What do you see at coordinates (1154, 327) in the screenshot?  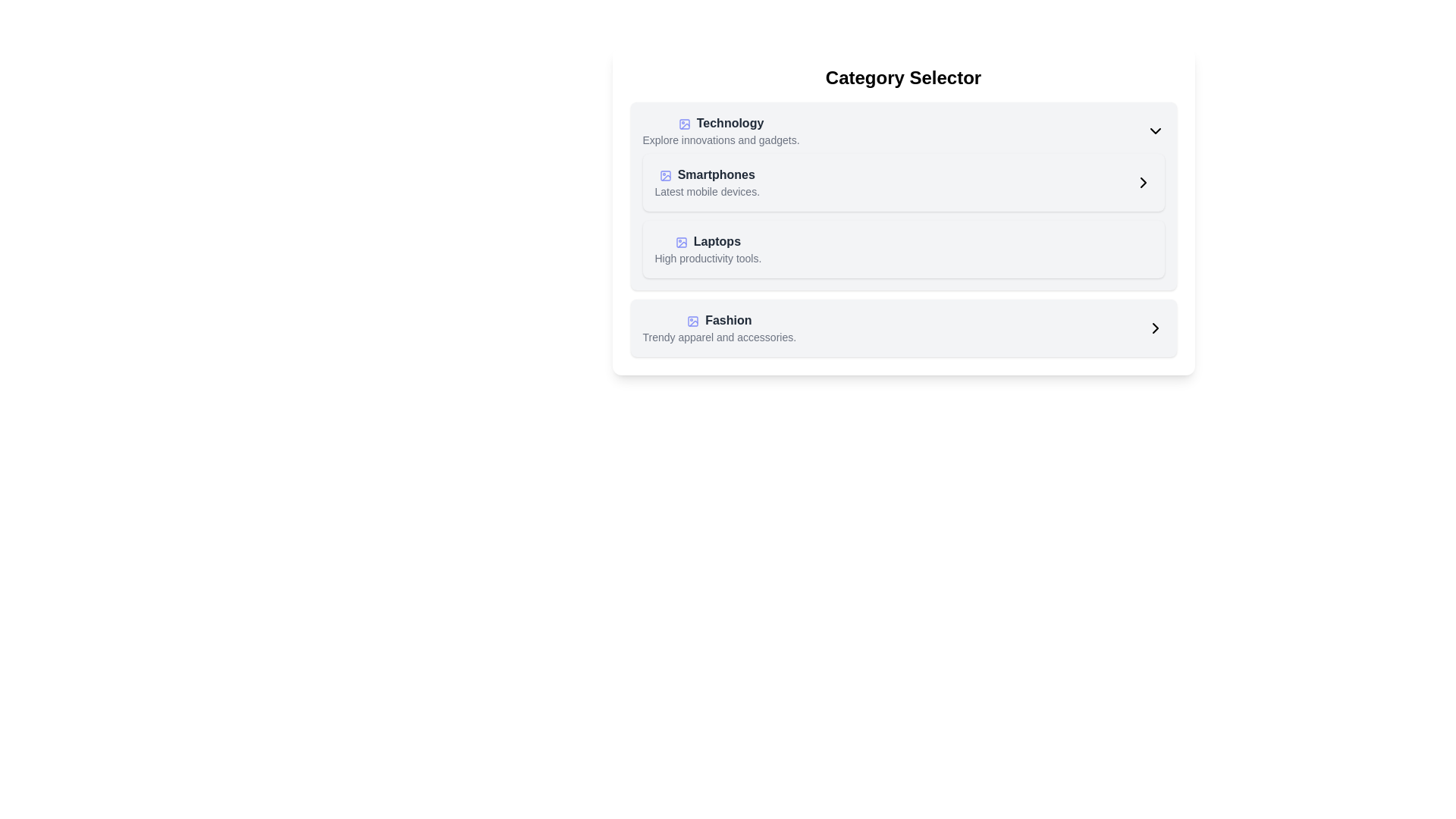 I see `the right-pointing chevron icon located in the bottom-right of the 'Fashion' category section` at bounding box center [1154, 327].